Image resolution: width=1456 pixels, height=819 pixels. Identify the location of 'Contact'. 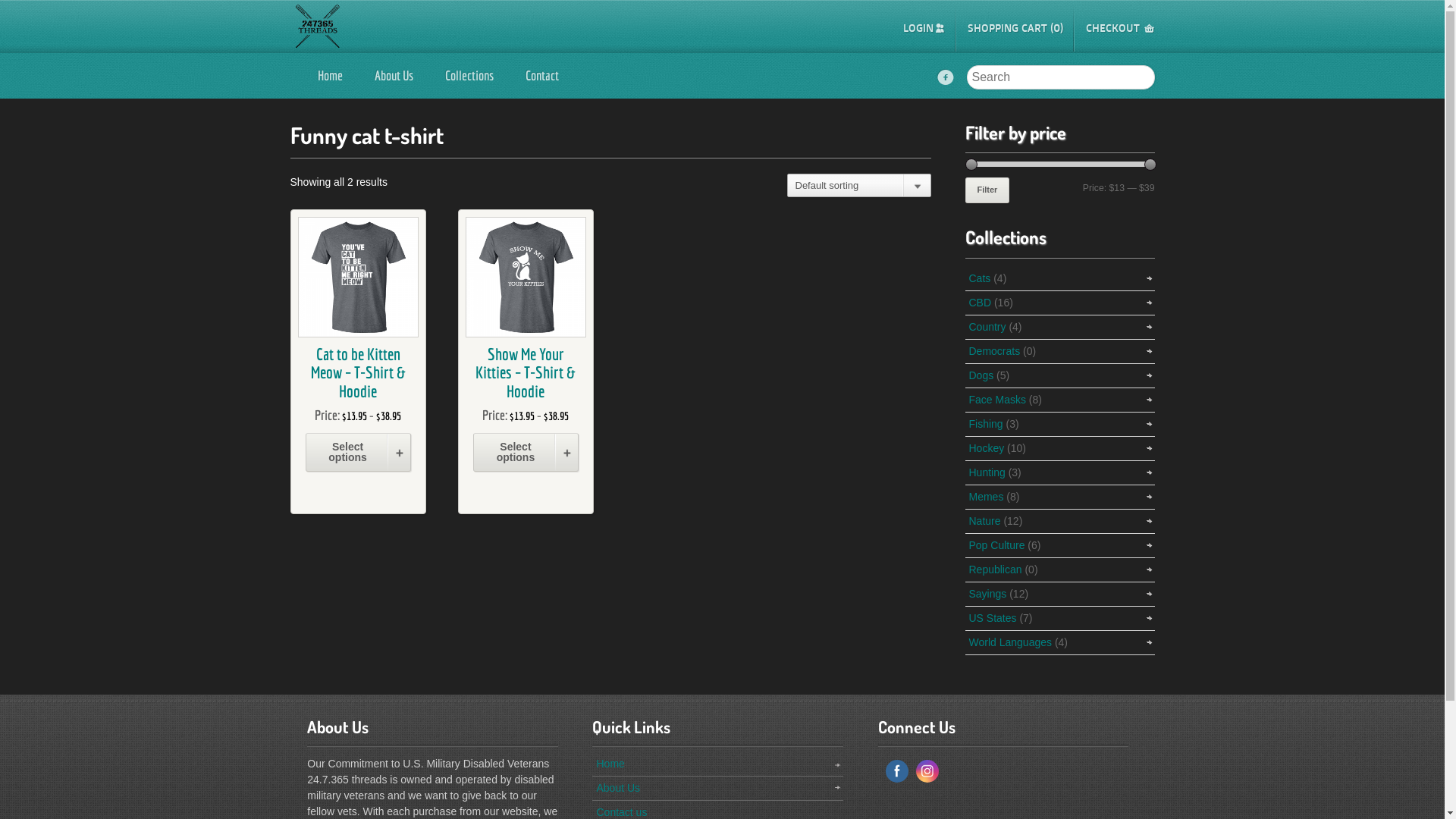
(542, 76).